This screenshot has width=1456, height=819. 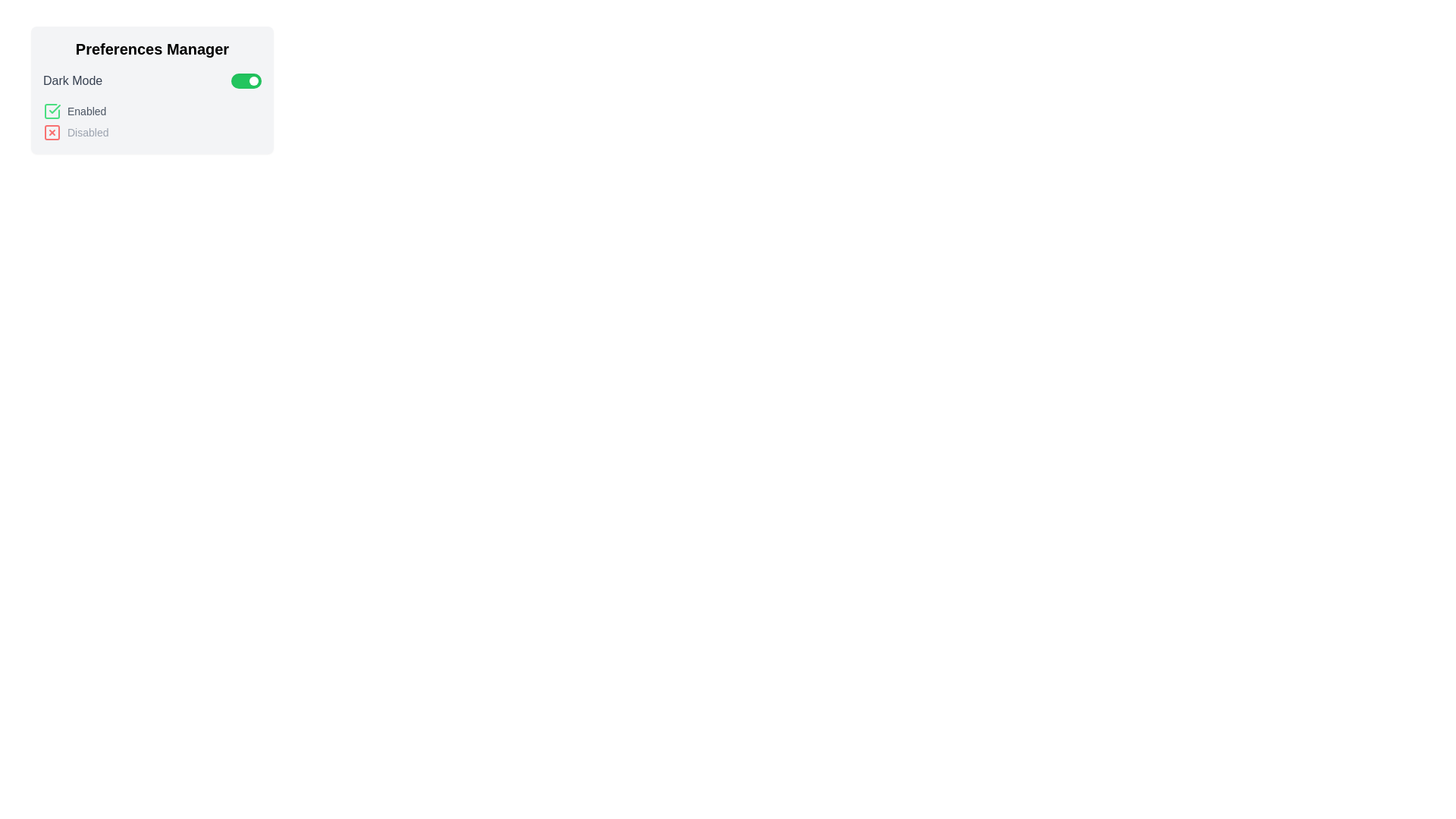 What do you see at coordinates (246, 81) in the screenshot?
I see `the toggle switch for 'Dark Mode' located on the right side of the 'Preferences Manager' section to change its state` at bounding box center [246, 81].